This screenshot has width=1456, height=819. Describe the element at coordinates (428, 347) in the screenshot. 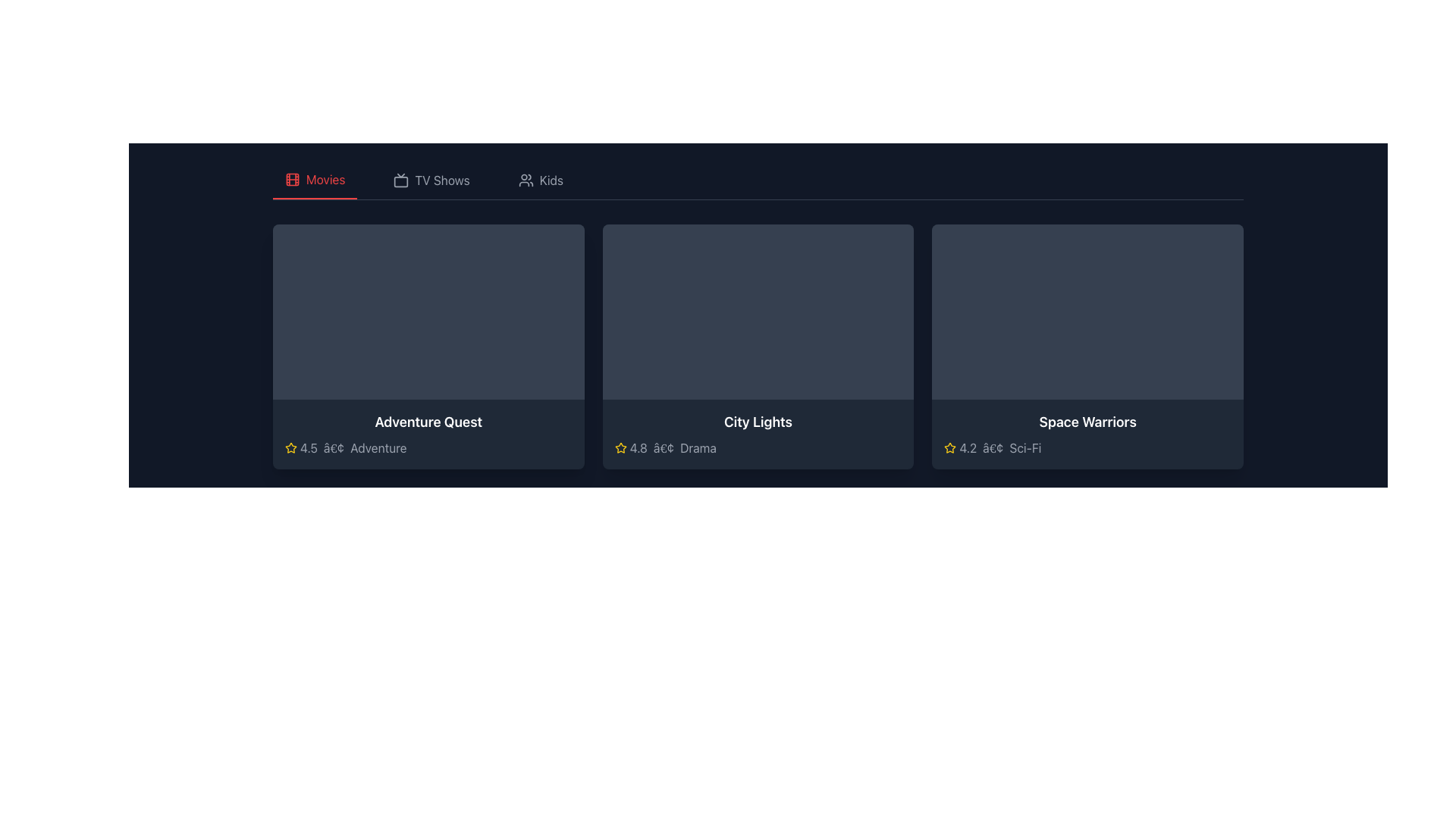

I see `the movie or show card located in the first position` at that location.